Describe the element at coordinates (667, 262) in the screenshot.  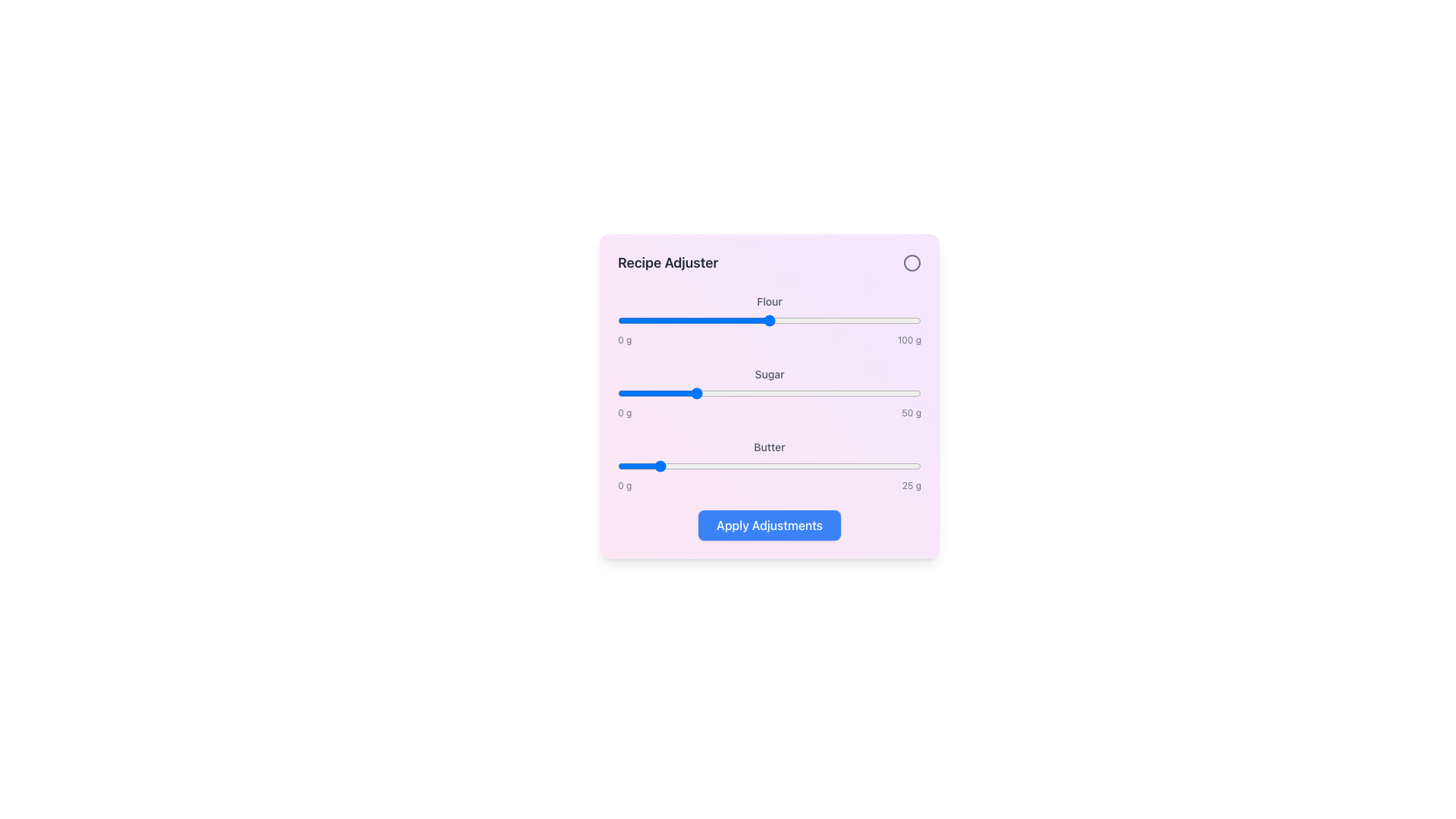
I see `the static text label displaying 'Recipe Adjuster', which is prominently positioned at the top left corner of the adjustment panel interface` at that location.